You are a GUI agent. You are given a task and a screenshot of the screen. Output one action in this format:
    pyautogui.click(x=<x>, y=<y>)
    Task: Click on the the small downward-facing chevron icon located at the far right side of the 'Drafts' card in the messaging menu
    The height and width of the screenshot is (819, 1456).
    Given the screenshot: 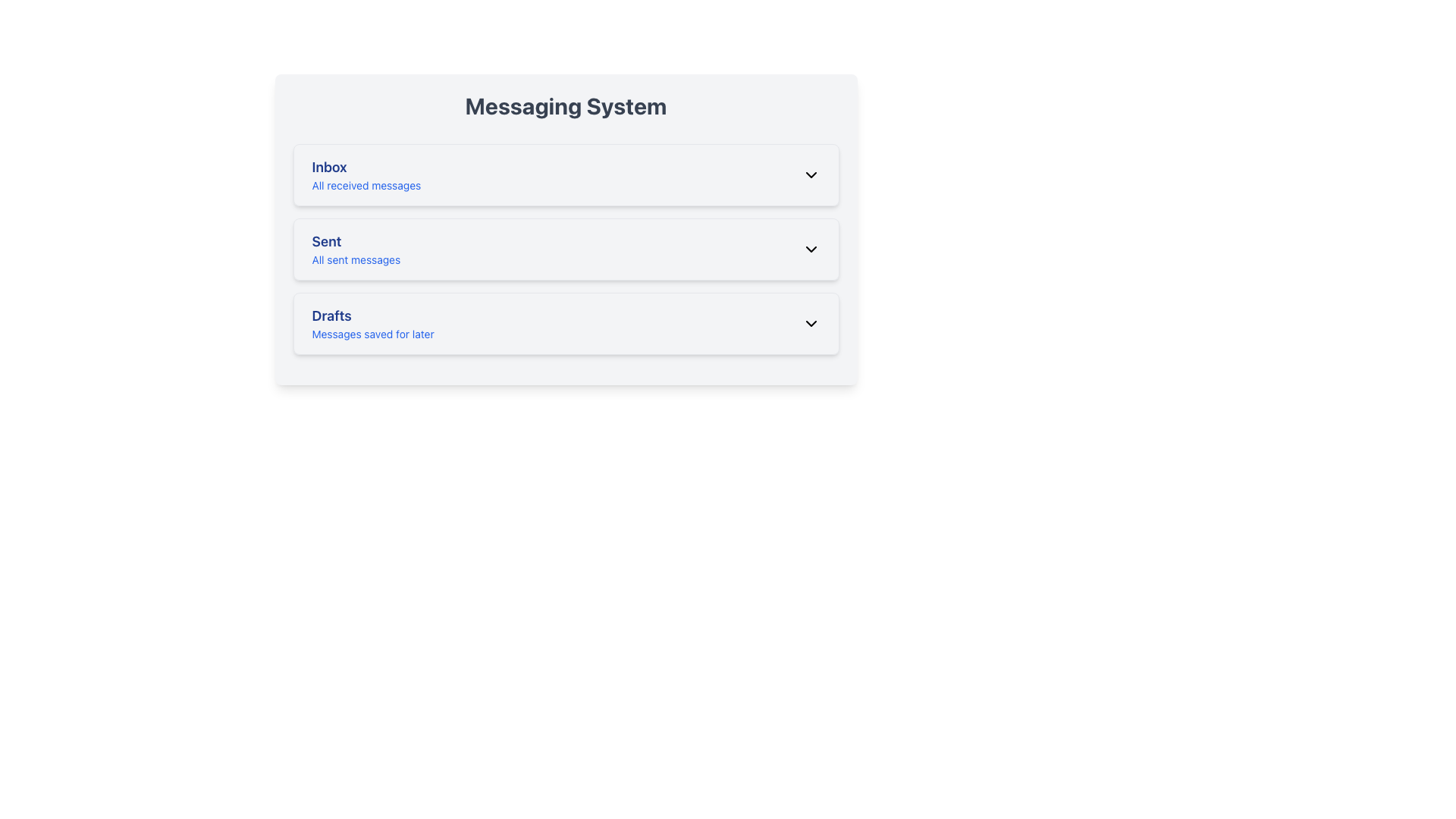 What is the action you would take?
    pyautogui.click(x=810, y=323)
    